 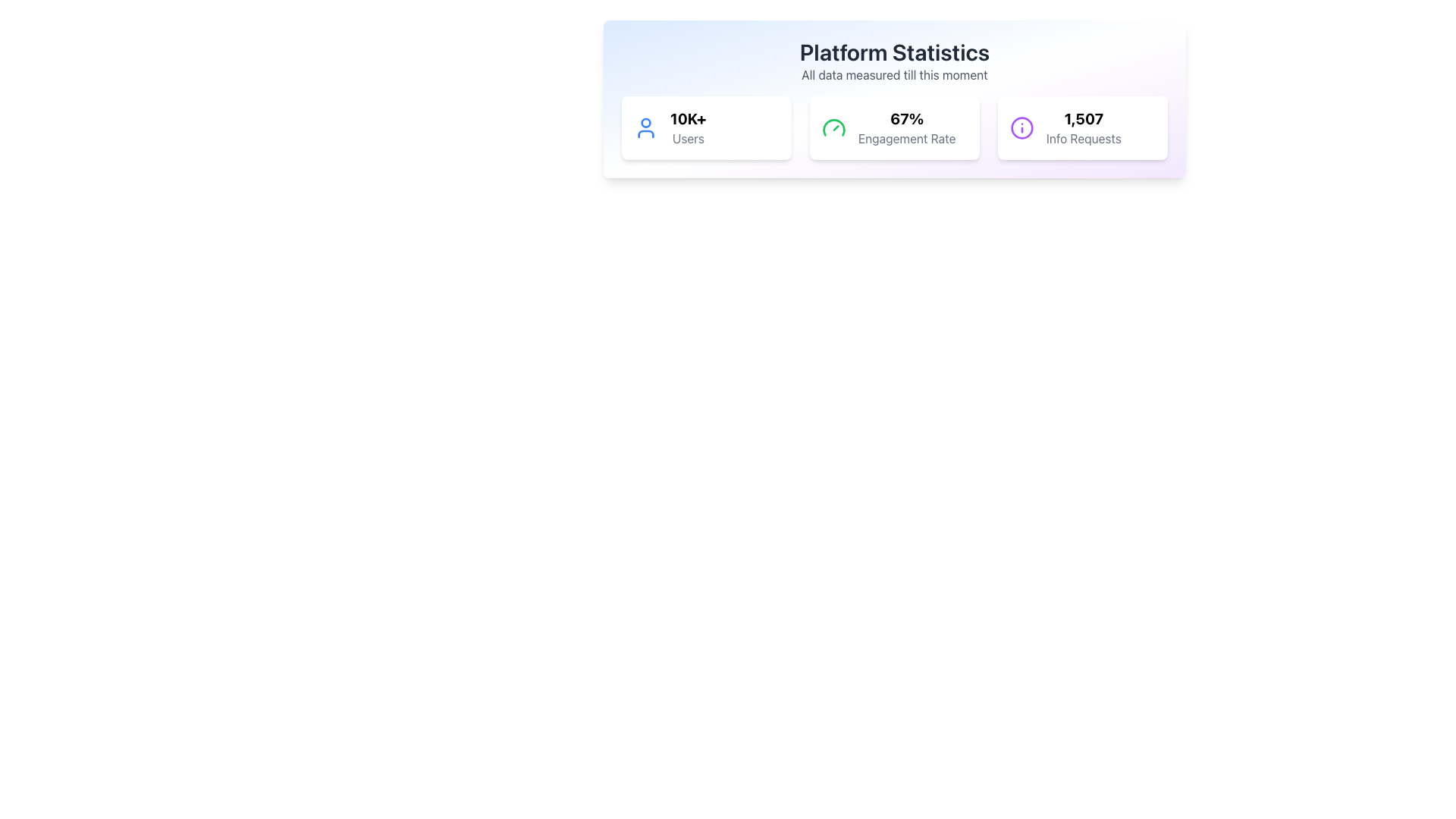 I want to click on the SVG circle element representing the head in the user icon located in the left-most card of the statistics panel, above the '10K+ Users' text, so click(x=645, y=122).